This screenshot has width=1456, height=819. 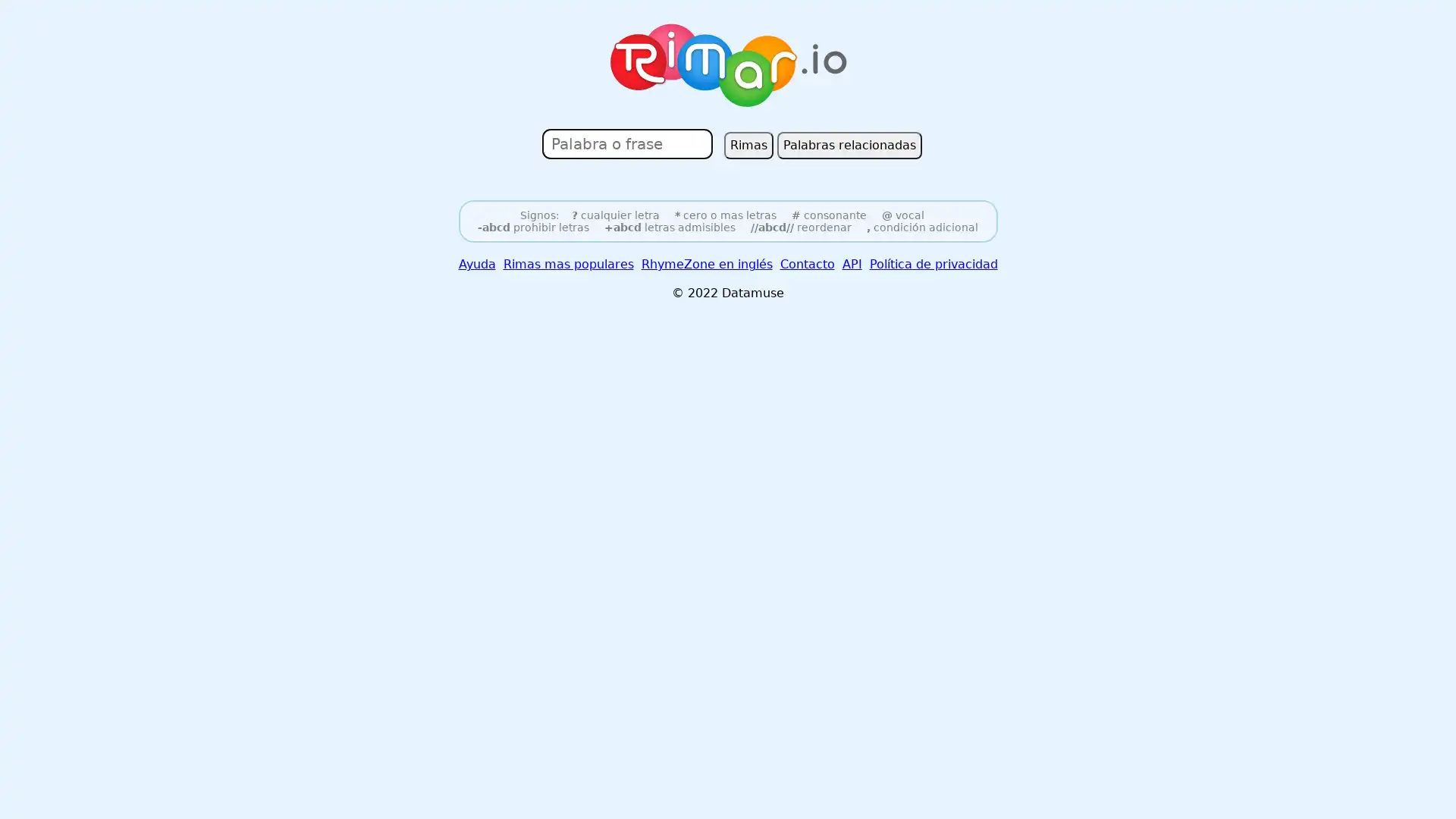 I want to click on Palabras relacionadas, so click(x=848, y=145).